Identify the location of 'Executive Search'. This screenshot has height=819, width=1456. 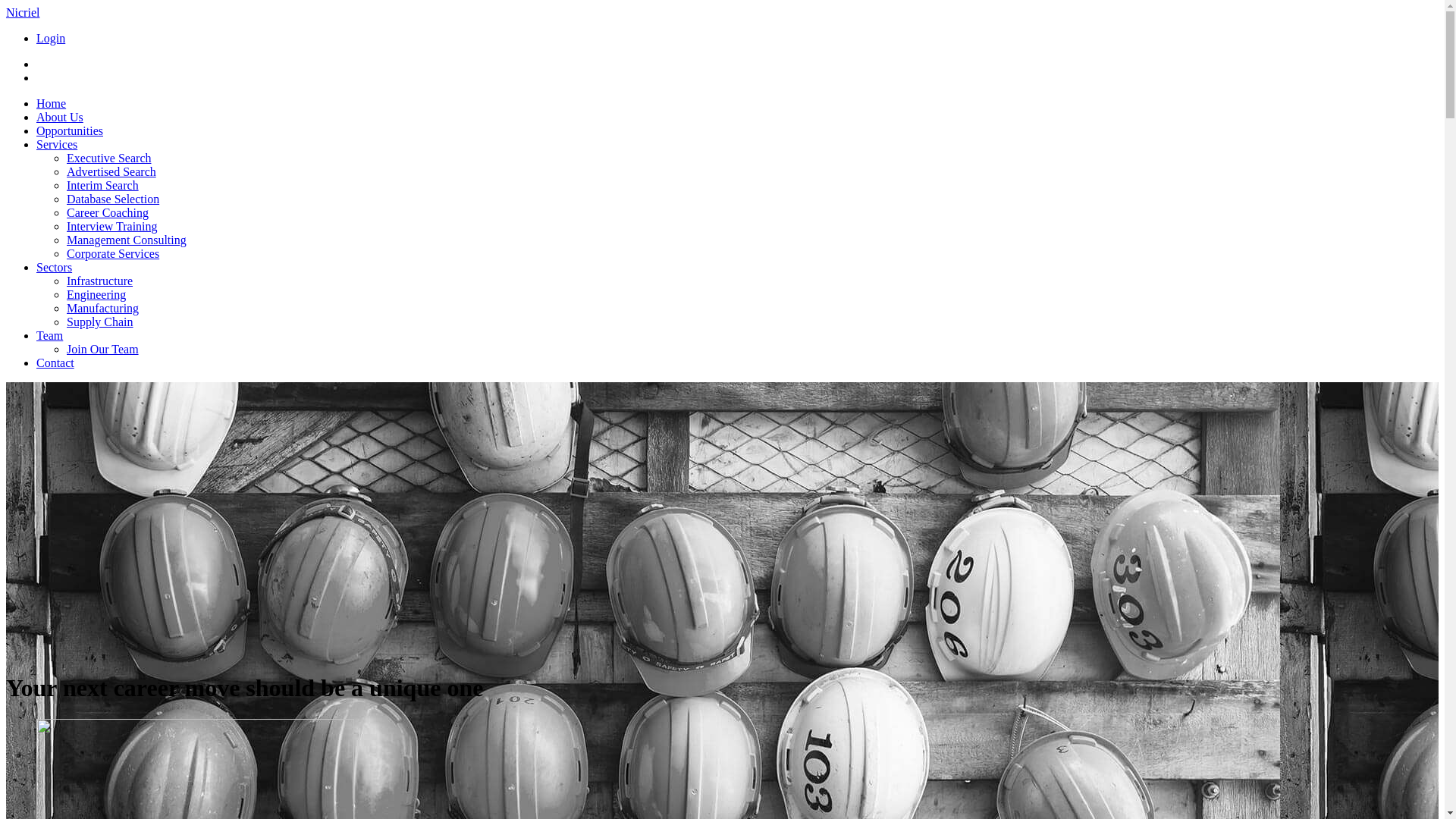
(108, 158).